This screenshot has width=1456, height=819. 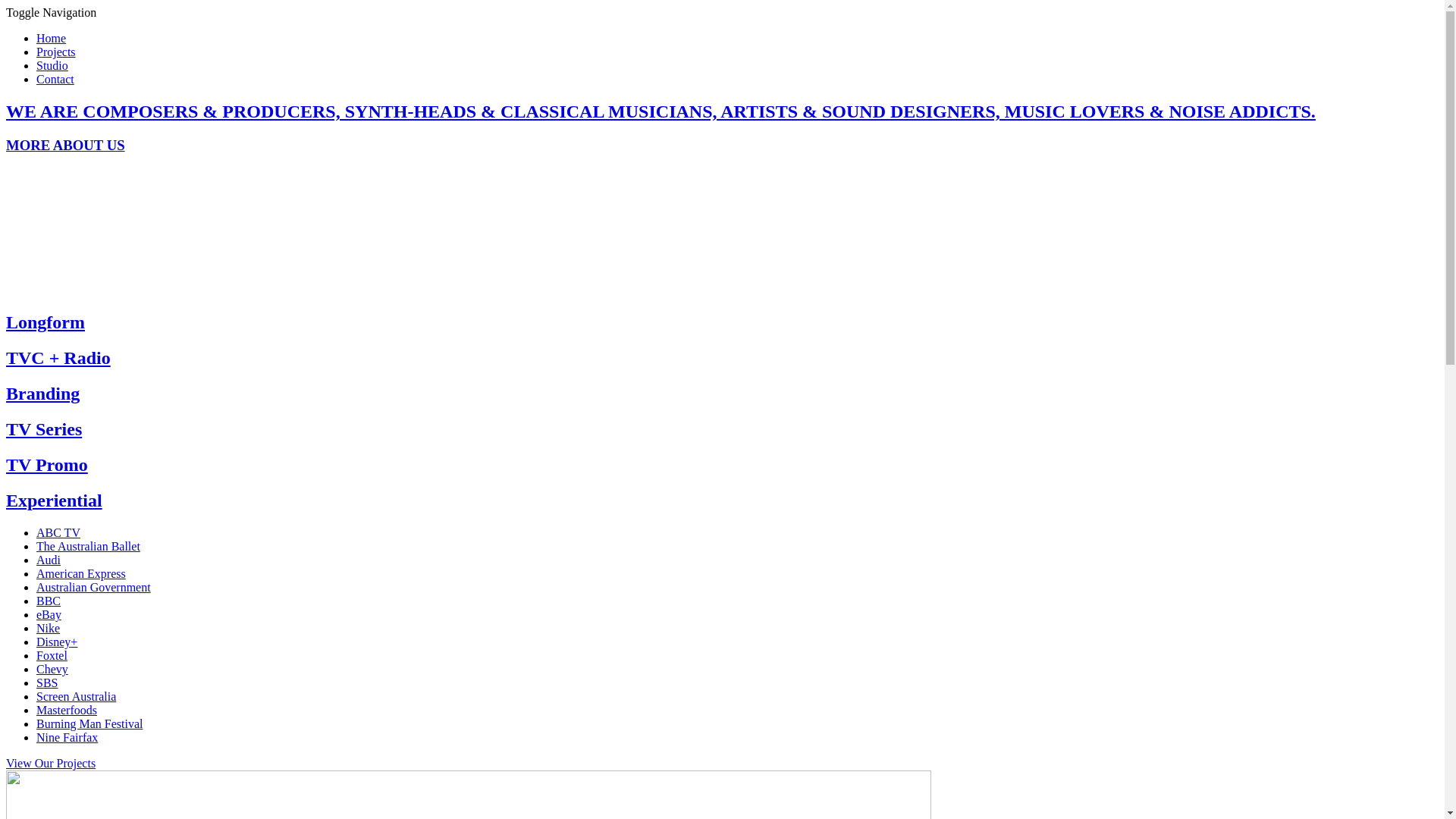 I want to click on 'ABC TV', so click(x=58, y=532).